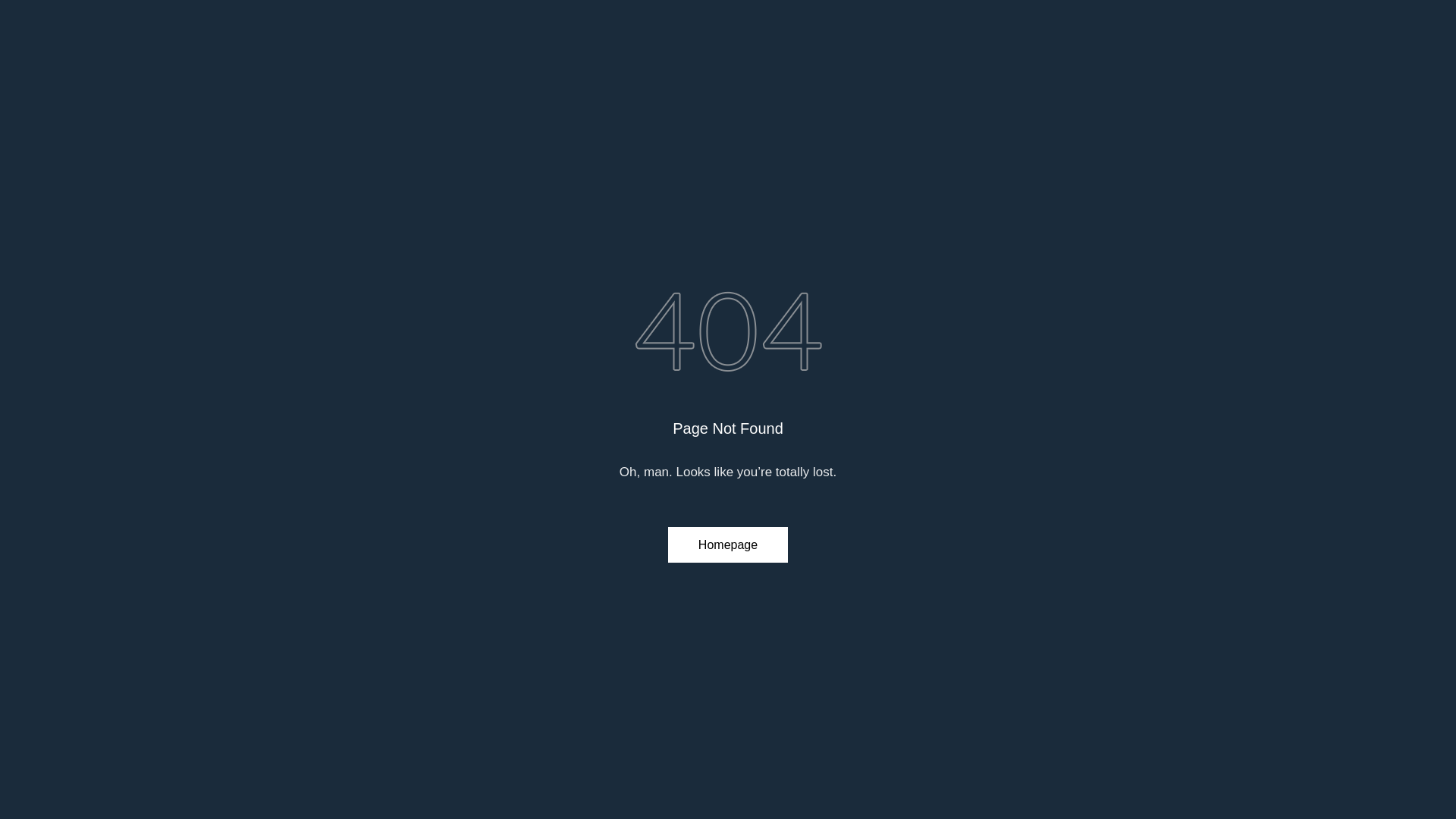  What do you see at coordinates (728, 544) in the screenshot?
I see `'Homepage'` at bounding box center [728, 544].